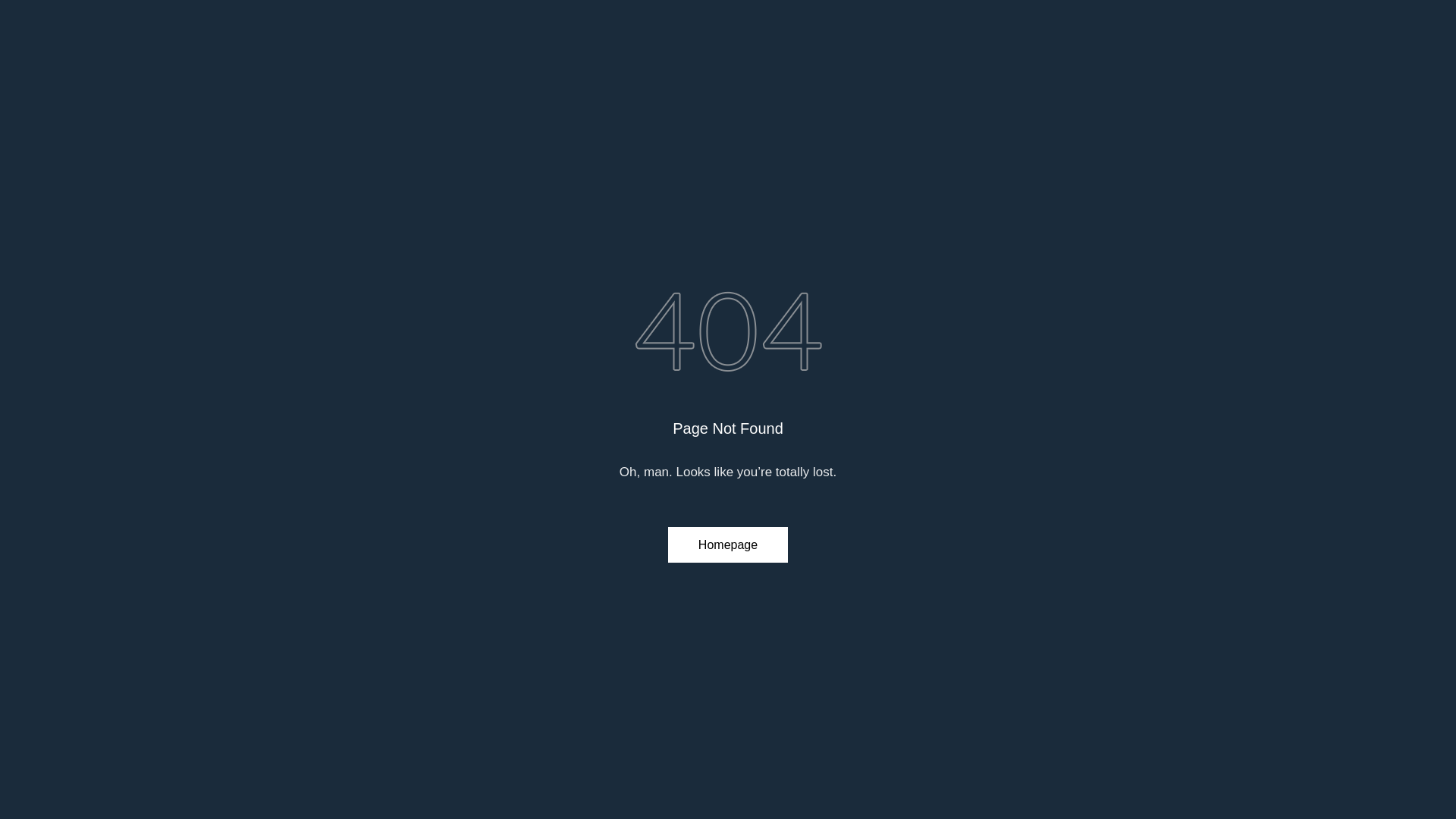  What do you see at coordinates (728, 544) in the screenshot?
I see `'Homepage'` at bounding box center [728, 544].